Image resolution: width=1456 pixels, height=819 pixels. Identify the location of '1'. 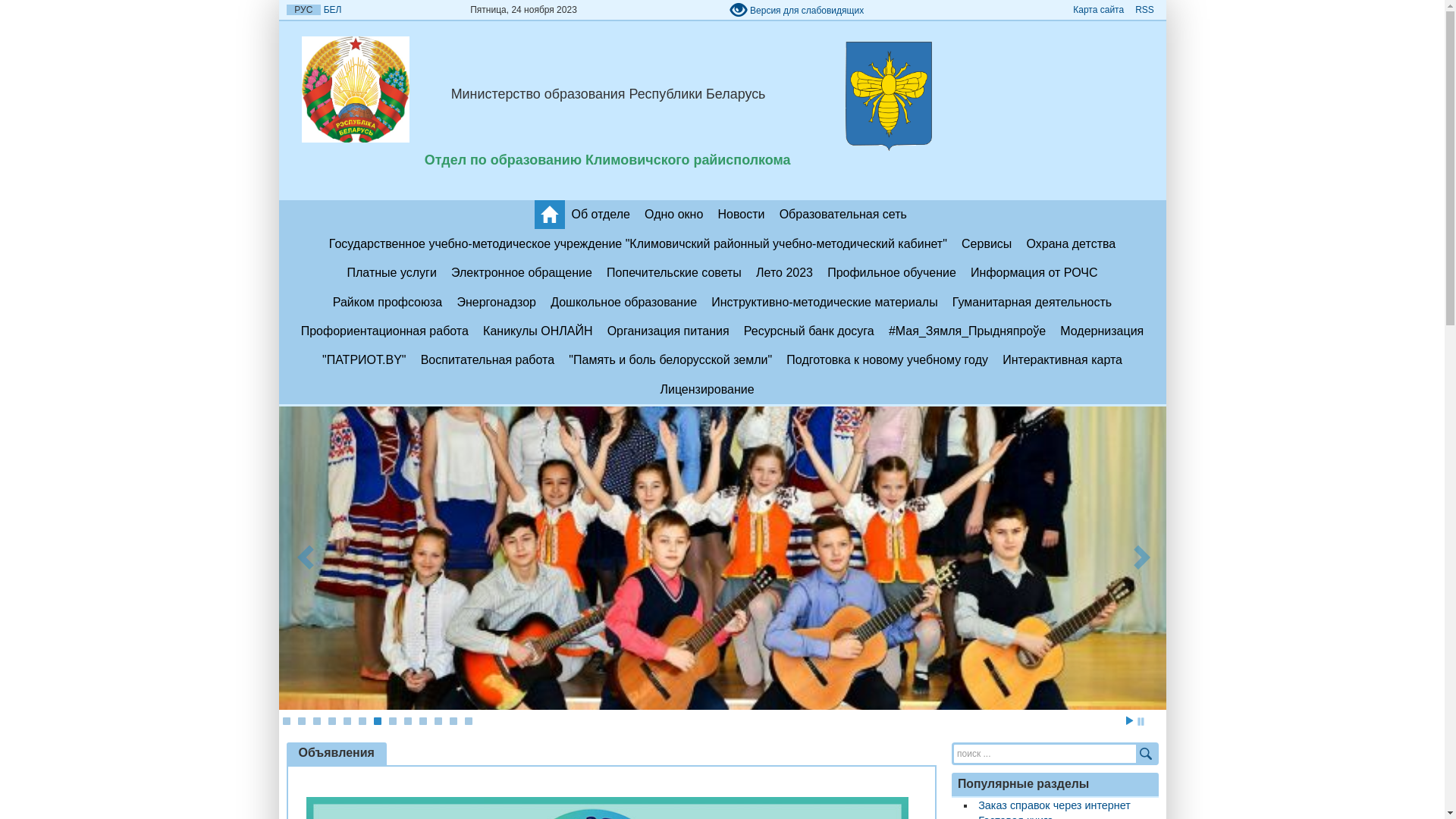
(282, 720).